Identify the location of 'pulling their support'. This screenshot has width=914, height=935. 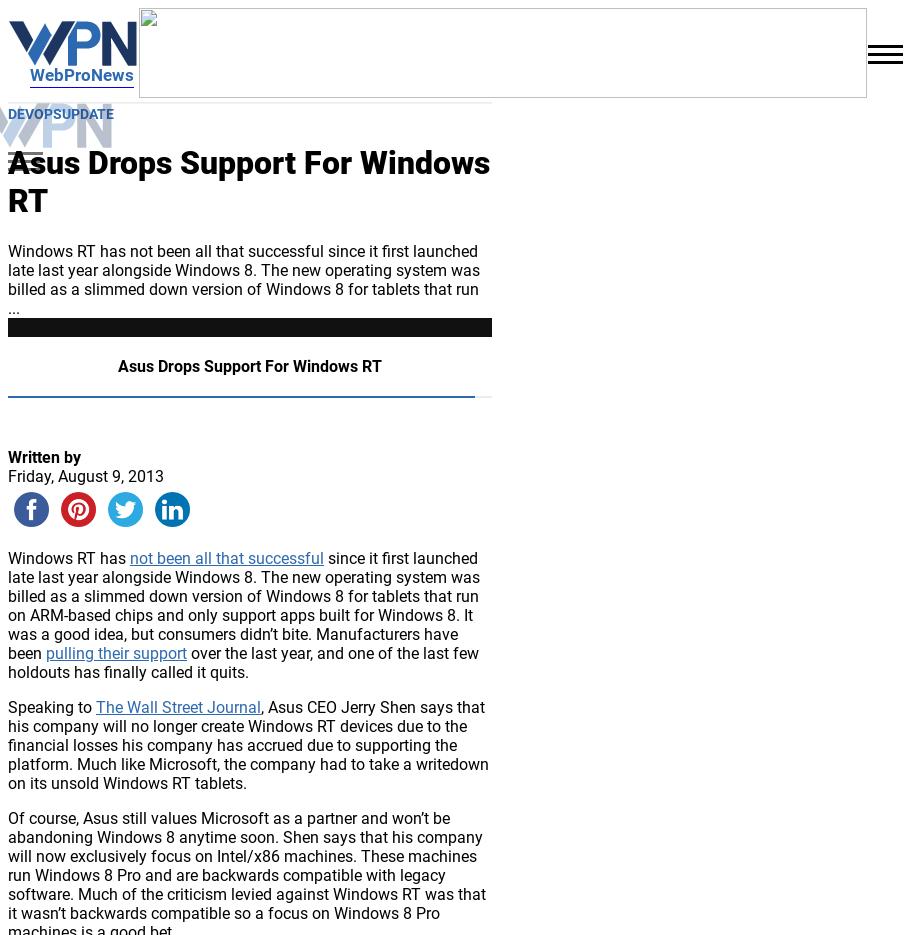
(116, 652).